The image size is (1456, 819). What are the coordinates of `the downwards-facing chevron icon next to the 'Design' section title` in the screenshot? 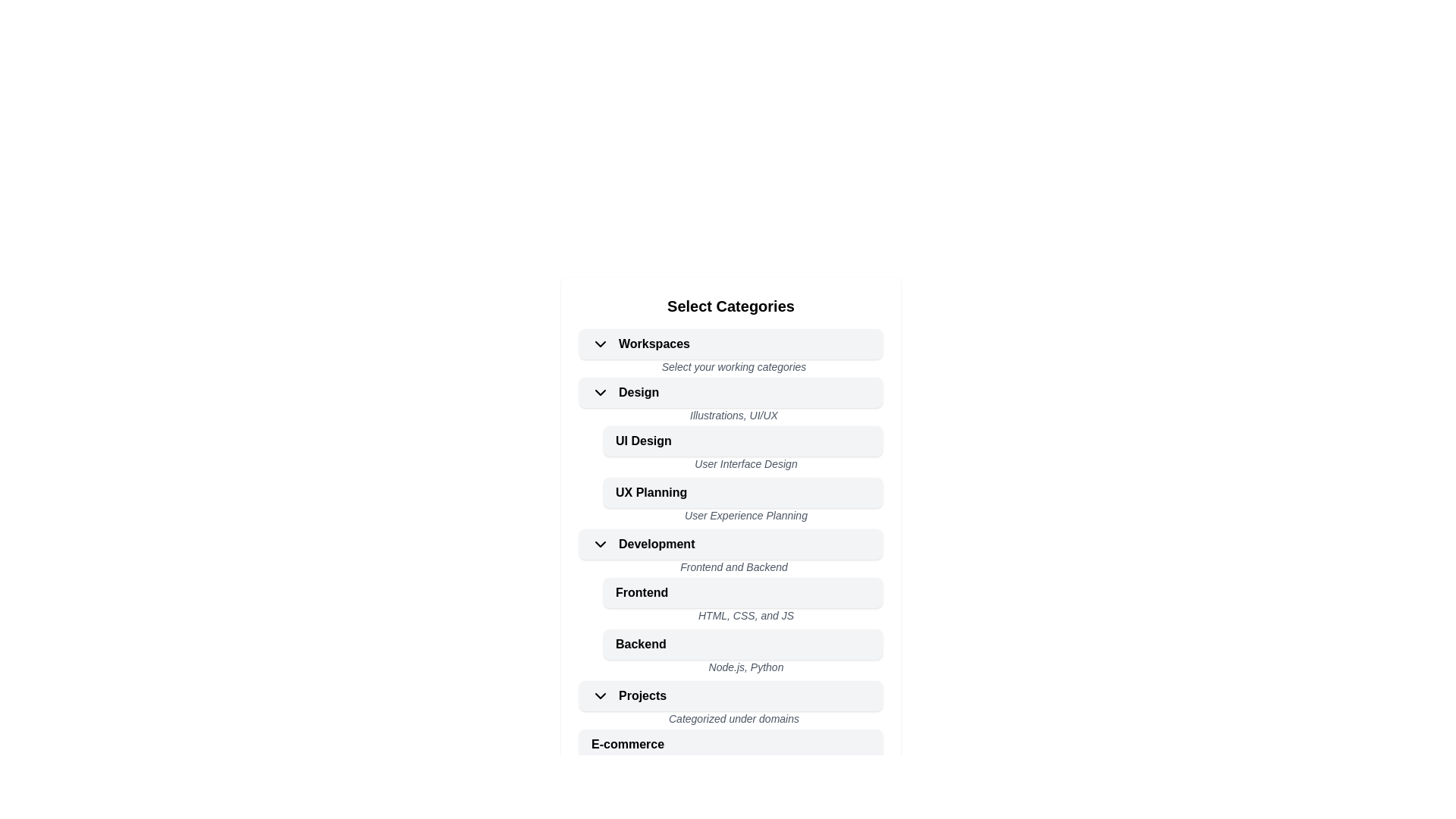 It's located at (600, 391).